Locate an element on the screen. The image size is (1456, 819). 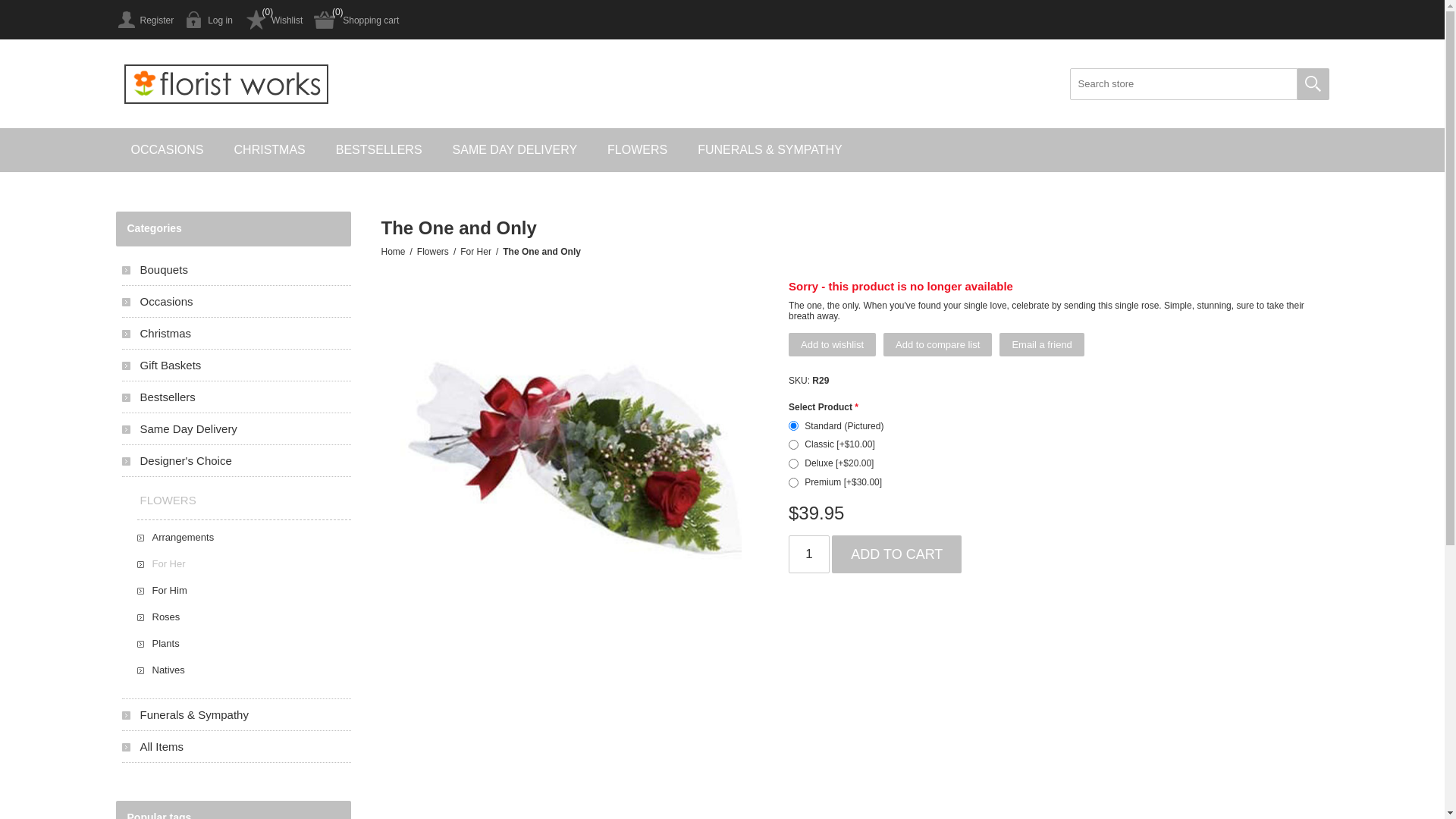
'Flowers' is located at coordinates (432, 250).